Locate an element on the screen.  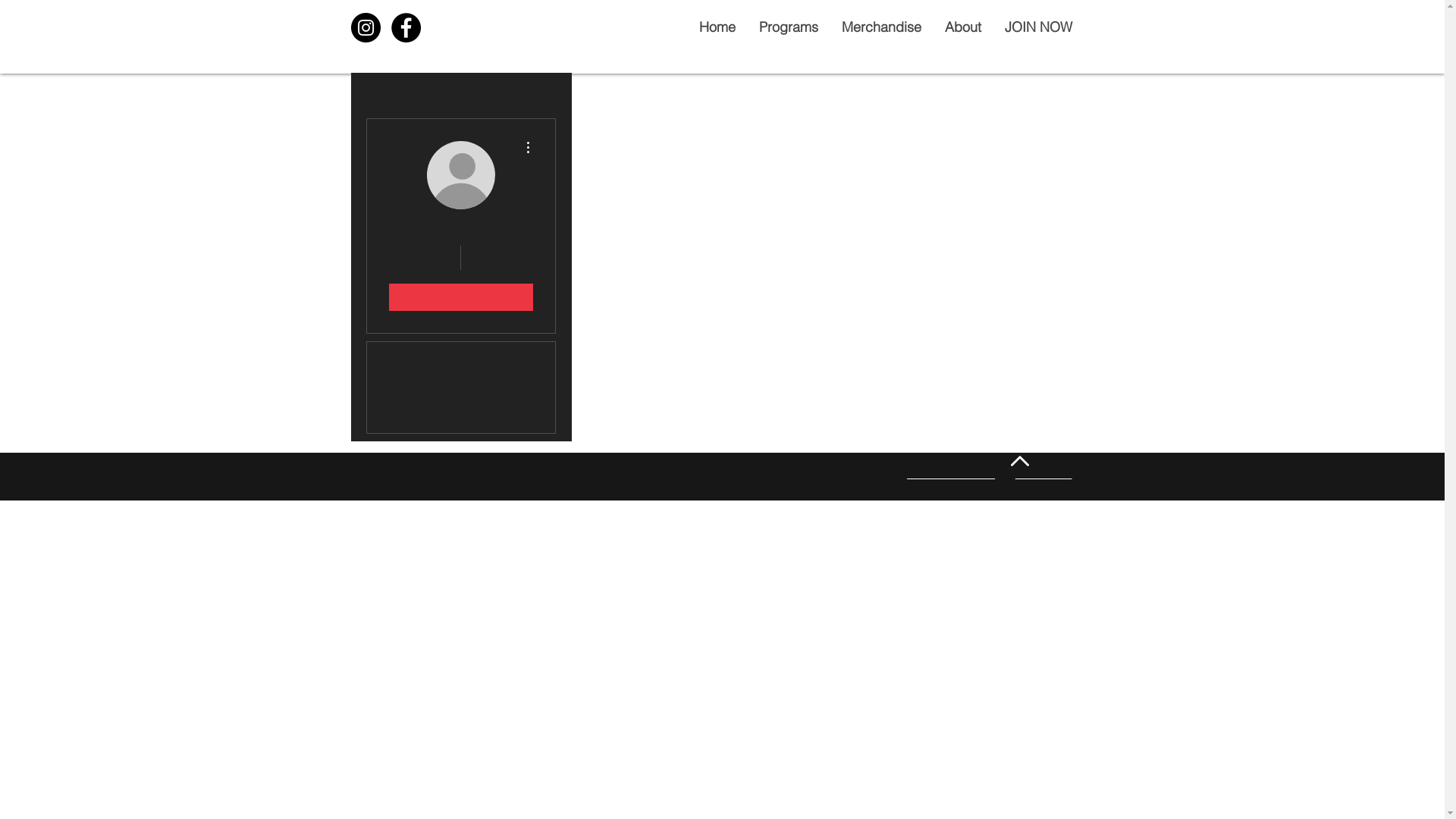
'Forum Posts' is located at coordinates (460, 386).